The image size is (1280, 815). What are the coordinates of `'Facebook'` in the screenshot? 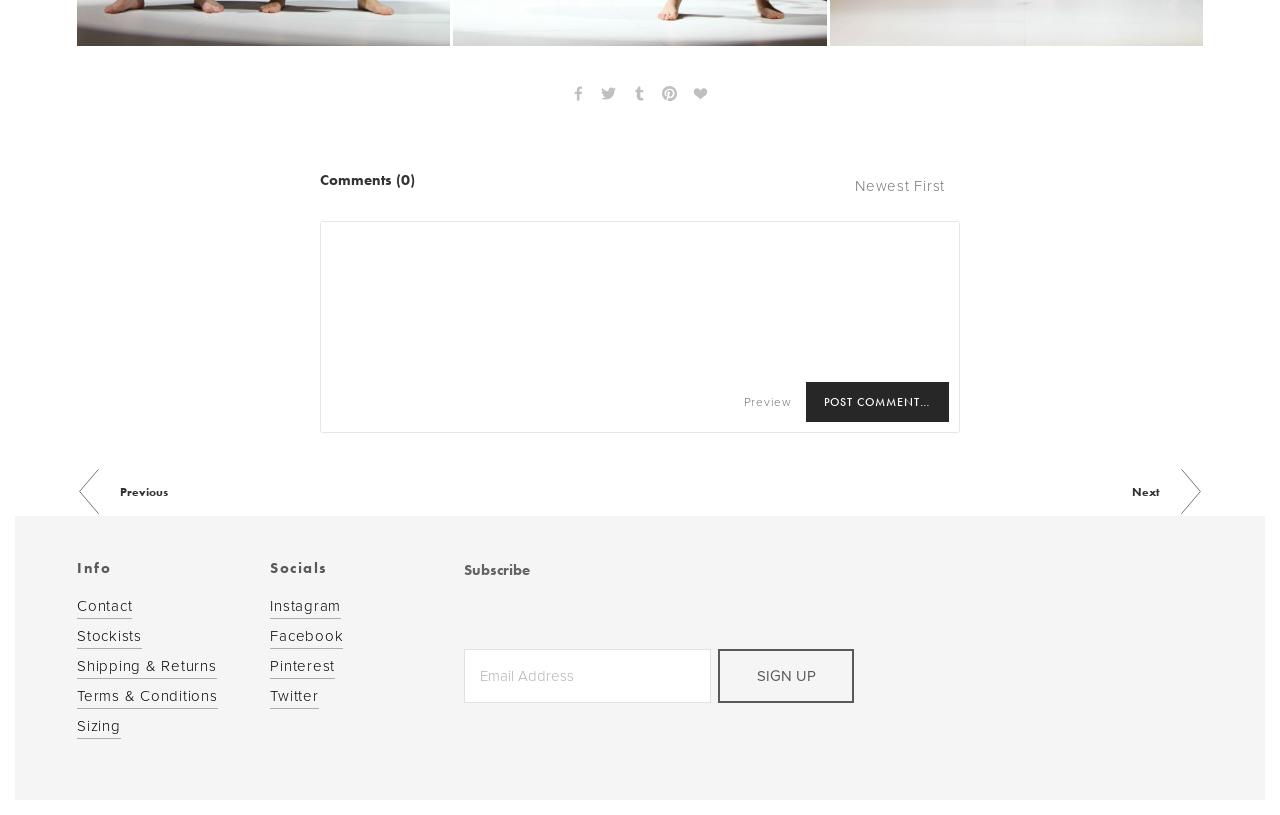 It's located at (305, 633).